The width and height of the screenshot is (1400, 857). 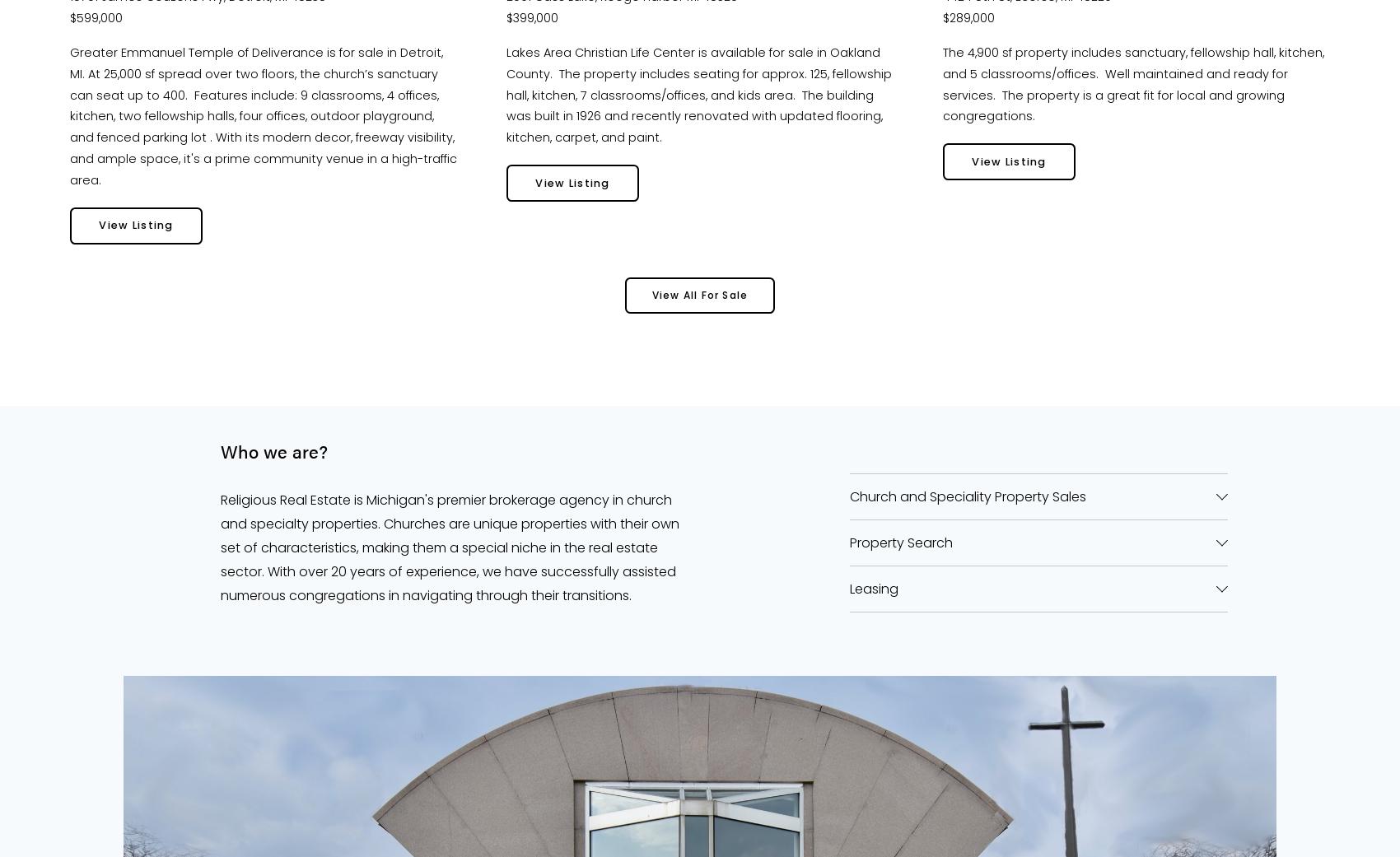 I want to click on 'Lakes Area Christian Life Center is available for sale in Oakland County.  The property includes seating for approx. 125, fellowship hall, kitchen, 7 classrooms/offices, and kids area.  The building was built in 1926 and recently renovated with updated flooring, kitchen, carpet, and paint.', so click(x=701, y=95).